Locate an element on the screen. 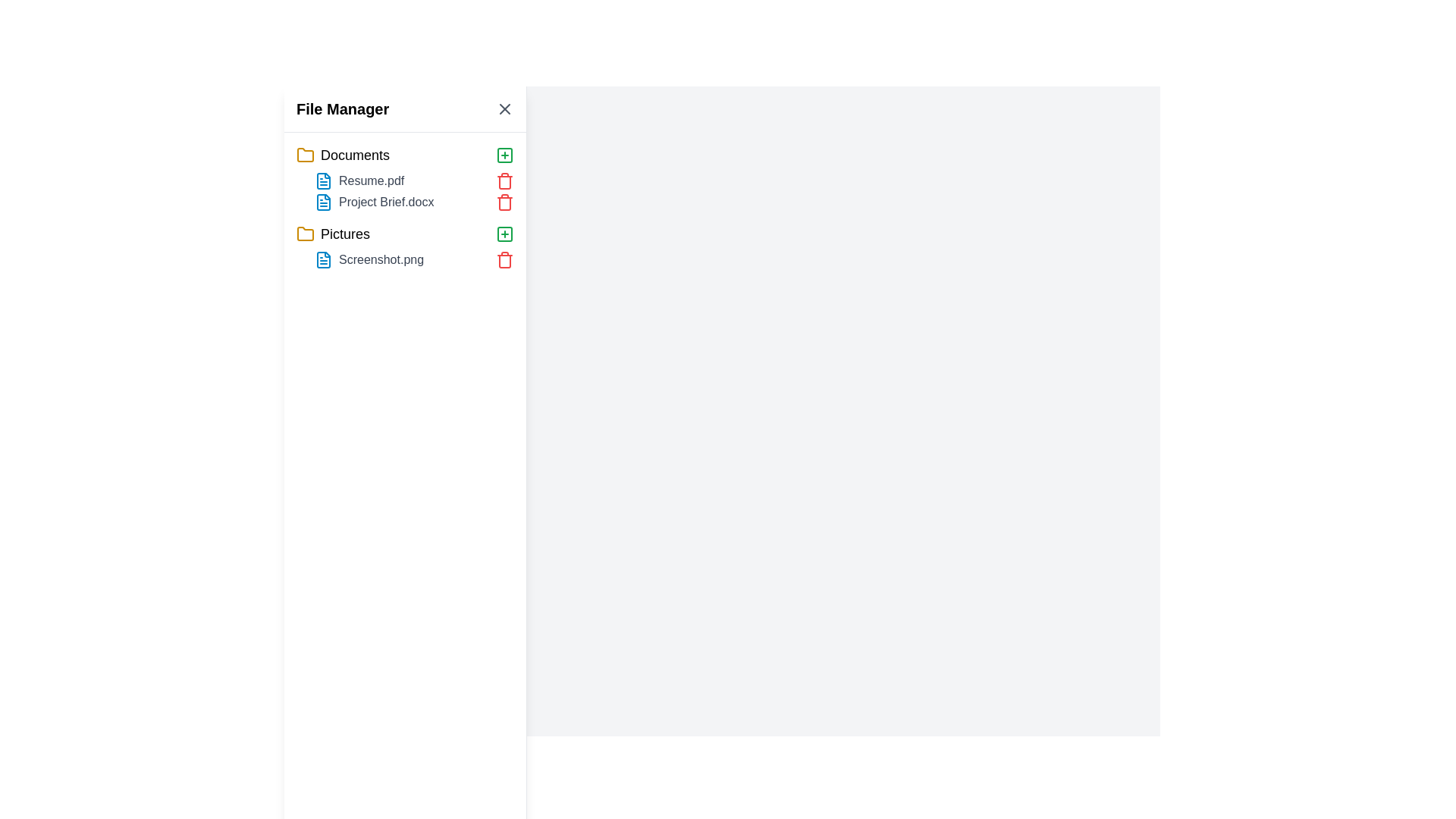 This screenshot has height=819, width=1456. the 'Documents' text label, which is styled in bold and larger font, located under the 'File Manager' section next to a yellow folder icon is located at coordinates (354, 155).